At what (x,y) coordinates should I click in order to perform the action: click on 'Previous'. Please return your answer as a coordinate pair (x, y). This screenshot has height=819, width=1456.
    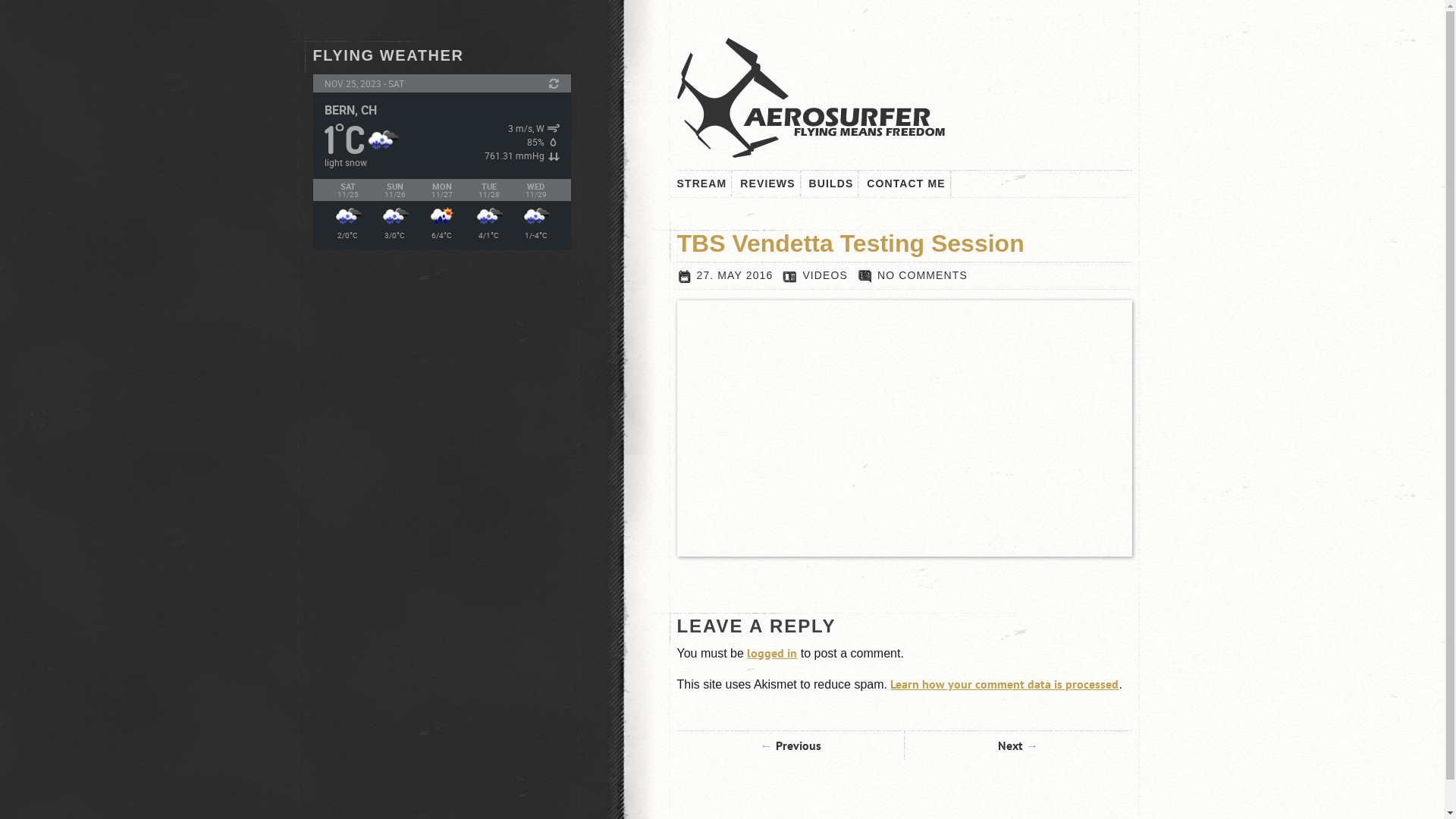
    Looking at the image, I should click on (789, 745).